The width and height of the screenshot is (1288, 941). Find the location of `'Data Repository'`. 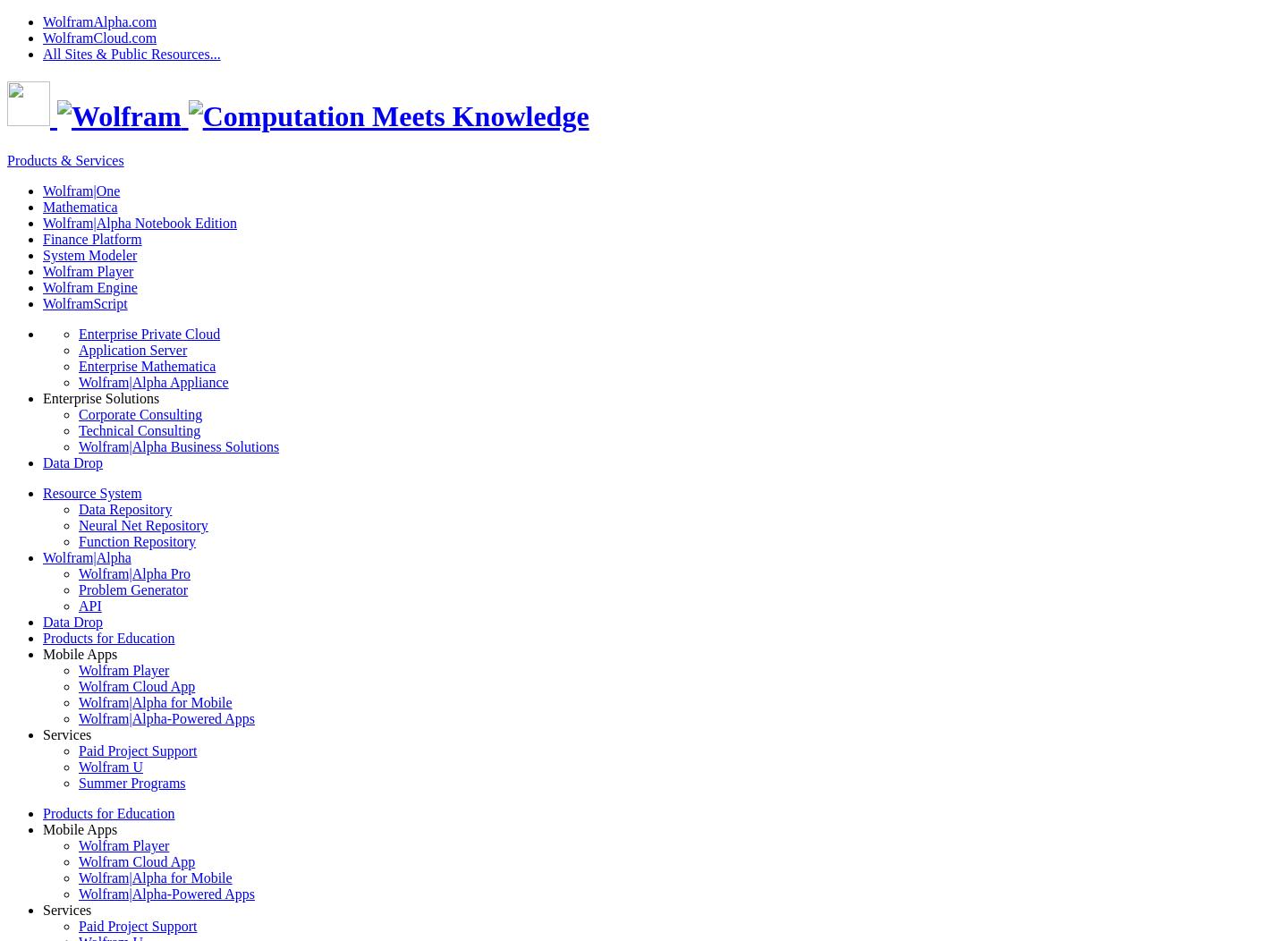

'Data Repository' is located at coordinates (123, 508).